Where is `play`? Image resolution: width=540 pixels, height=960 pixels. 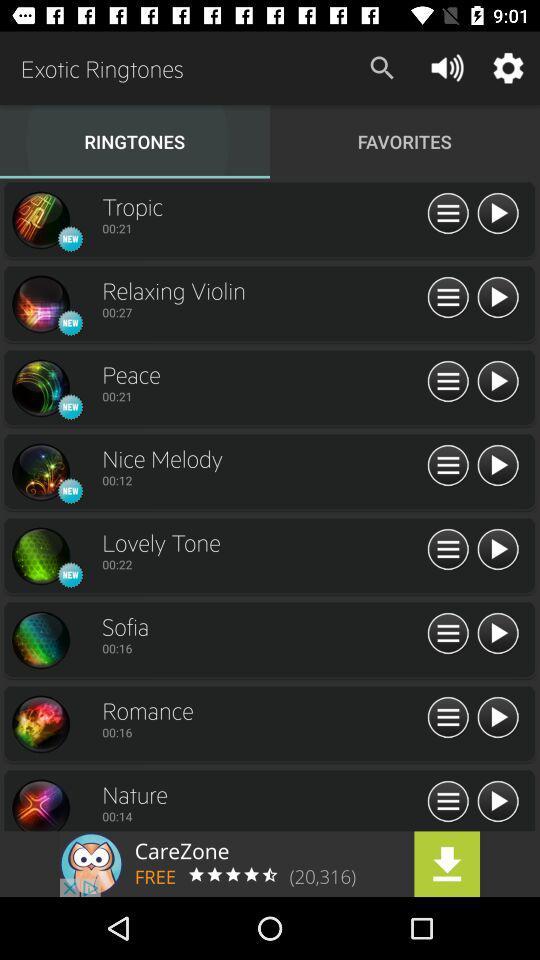
play is located at coordinates (496, 718).